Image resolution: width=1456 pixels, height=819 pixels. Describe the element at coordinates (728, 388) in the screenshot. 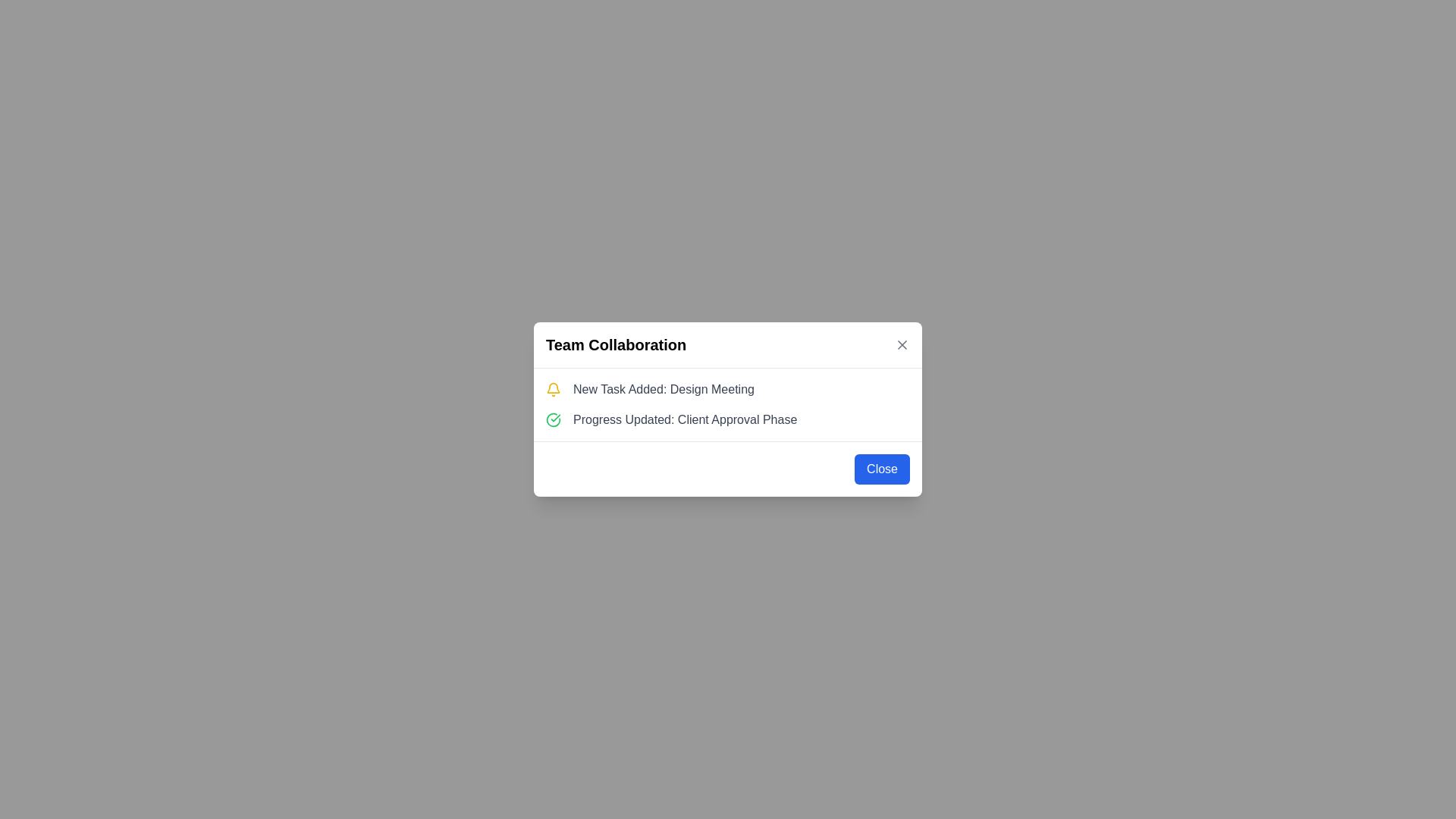

I see `the notification entry displaying 'New Task Added: Design Meeting', which is the first item in the notification list below 'Team Collaboration'` at that location.